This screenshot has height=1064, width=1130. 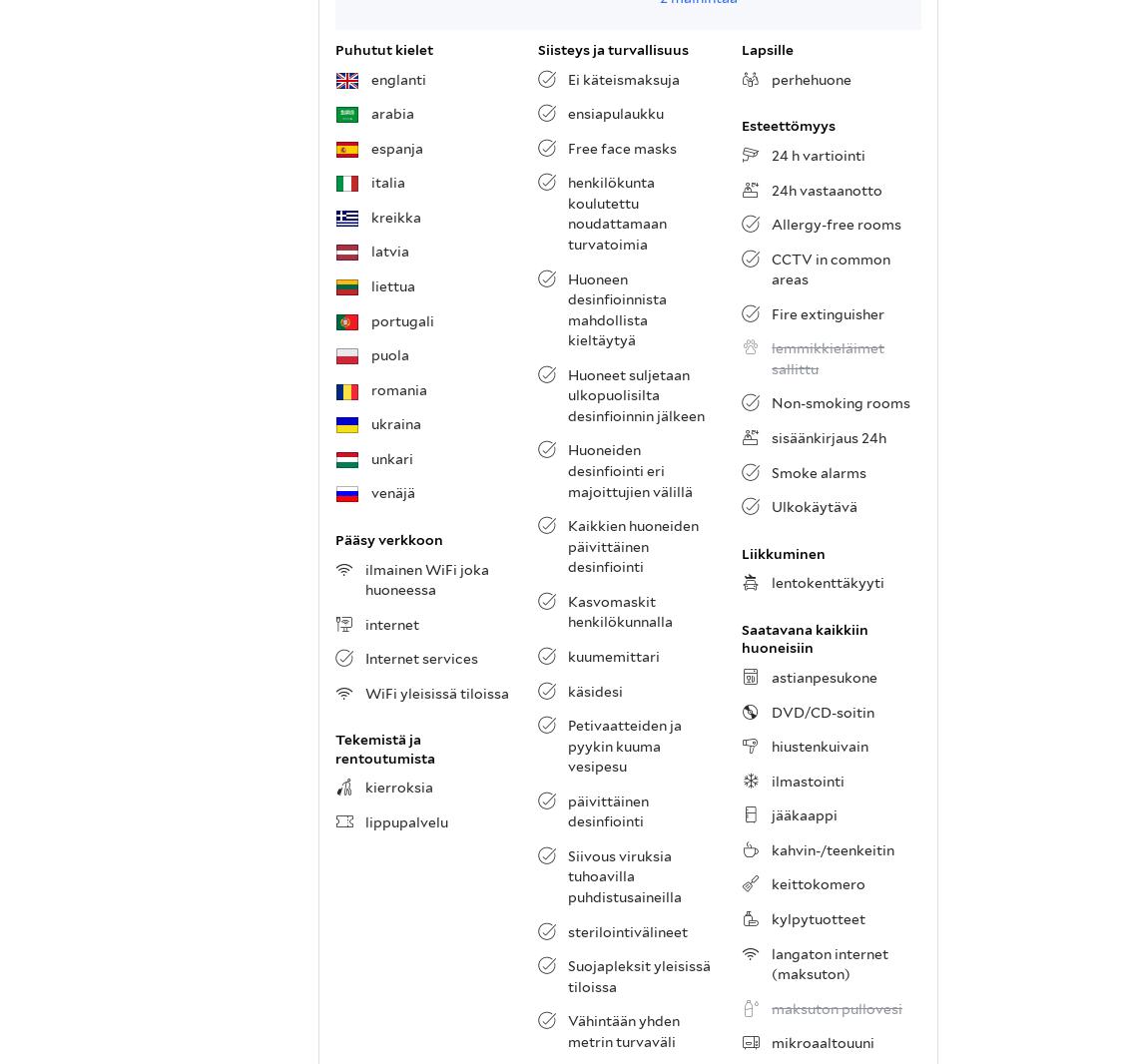 I want to click on 'hiustenkuivain', so click(x=820, y=746).